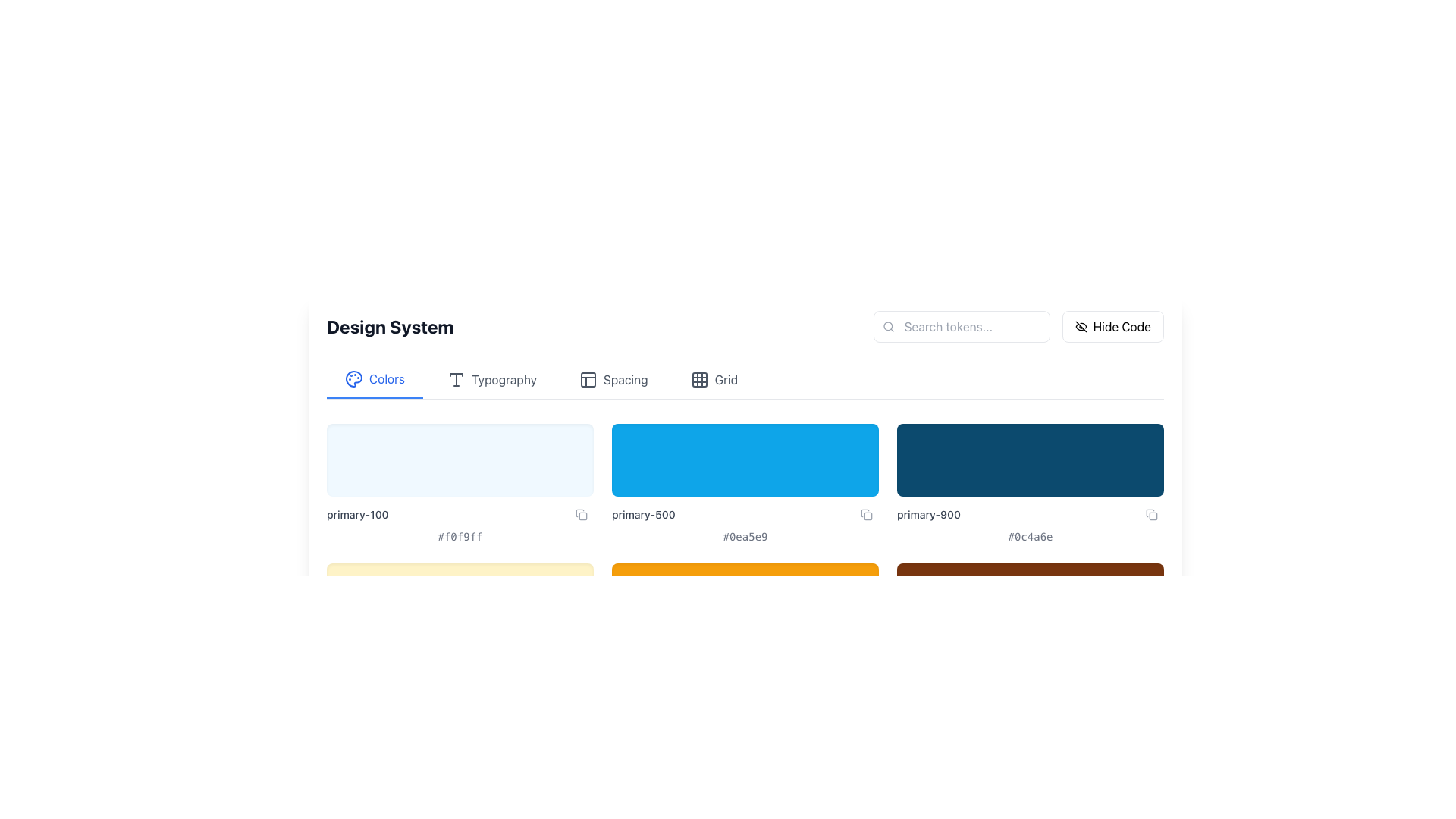  What do you see at coordinates (581, 513) in the screenshot?
I see `the small, square button with a gray background and an icon of two overlapping squares, located on the far right of the 'primary-100' row` at bounding box center [581, 513].